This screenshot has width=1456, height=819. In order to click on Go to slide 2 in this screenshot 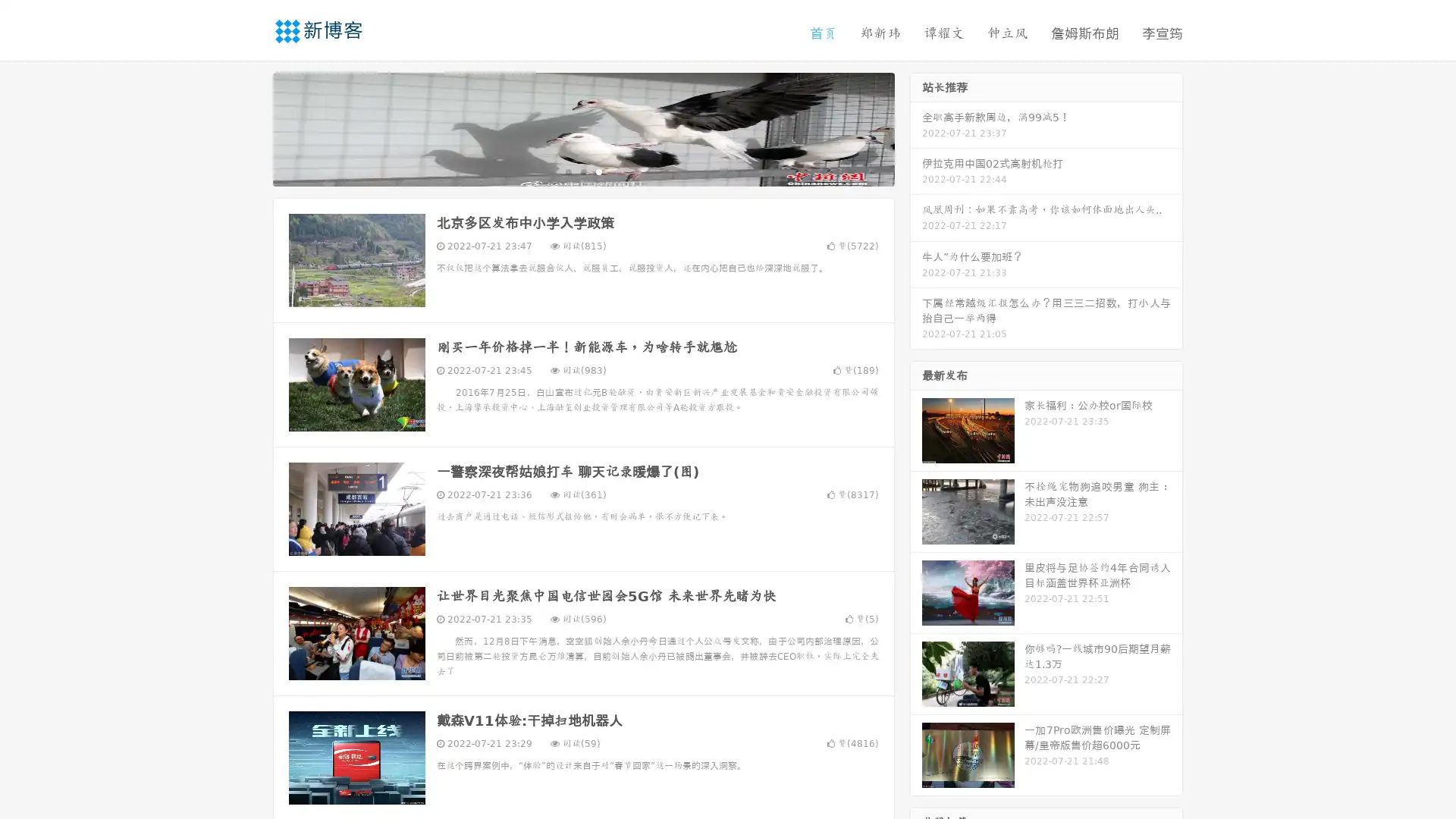, I will do `click(582, 171)`.